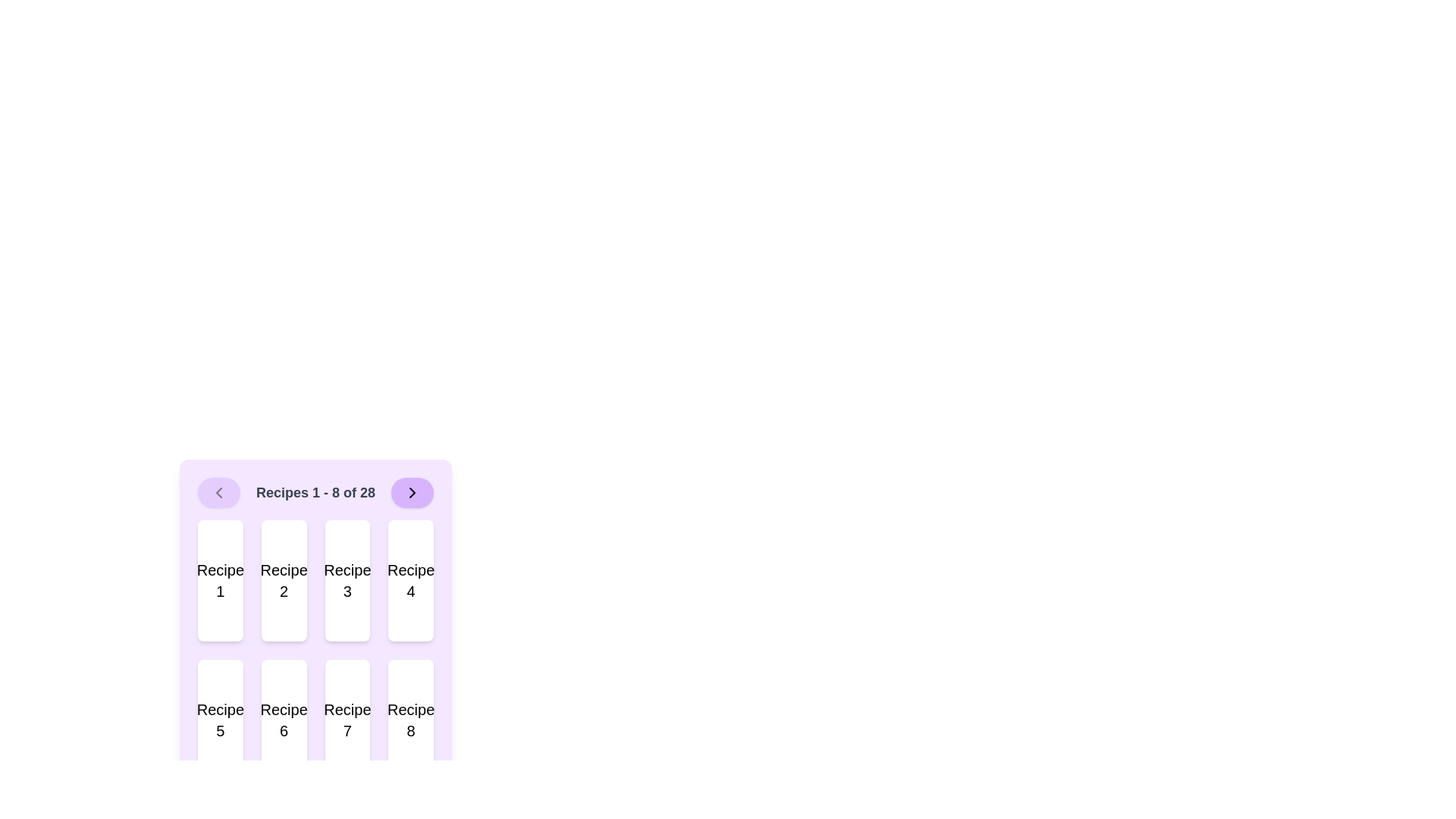  Describe the element at coordinates (315, 493) in the screenshot. I see `text label displaying 'Recipes 1 - 8 of 28' located in the center of the navigation bar, flanked by circular navigation buttons` at that location.